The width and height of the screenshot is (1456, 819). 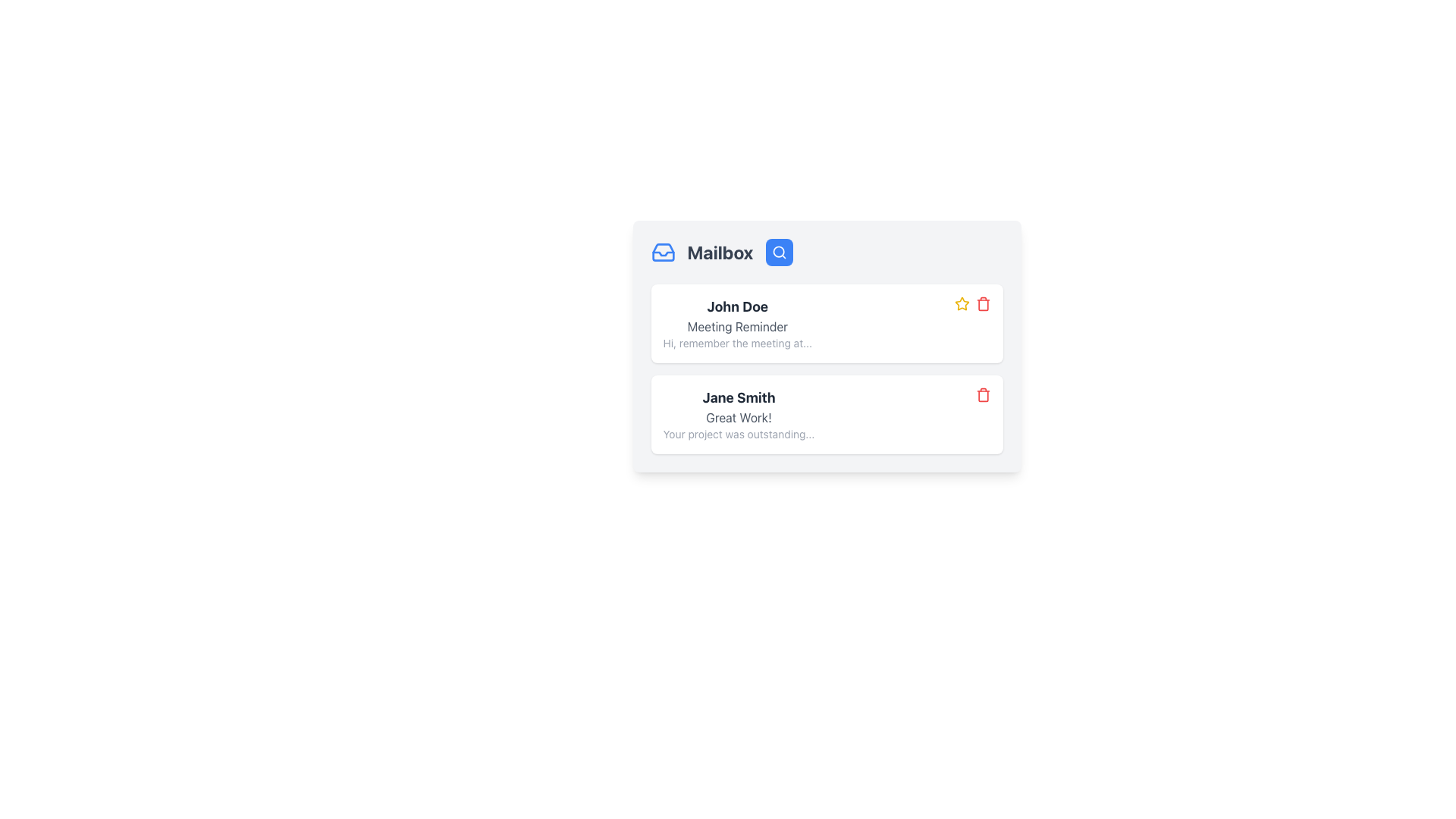 What do you see at coordinates (739, 435) in the screenshot?
I see `contextual information text located below the title 'Jane Smith' and subtitle 'Great Work!' in the structured message layout` at bounding box center [739, 435].